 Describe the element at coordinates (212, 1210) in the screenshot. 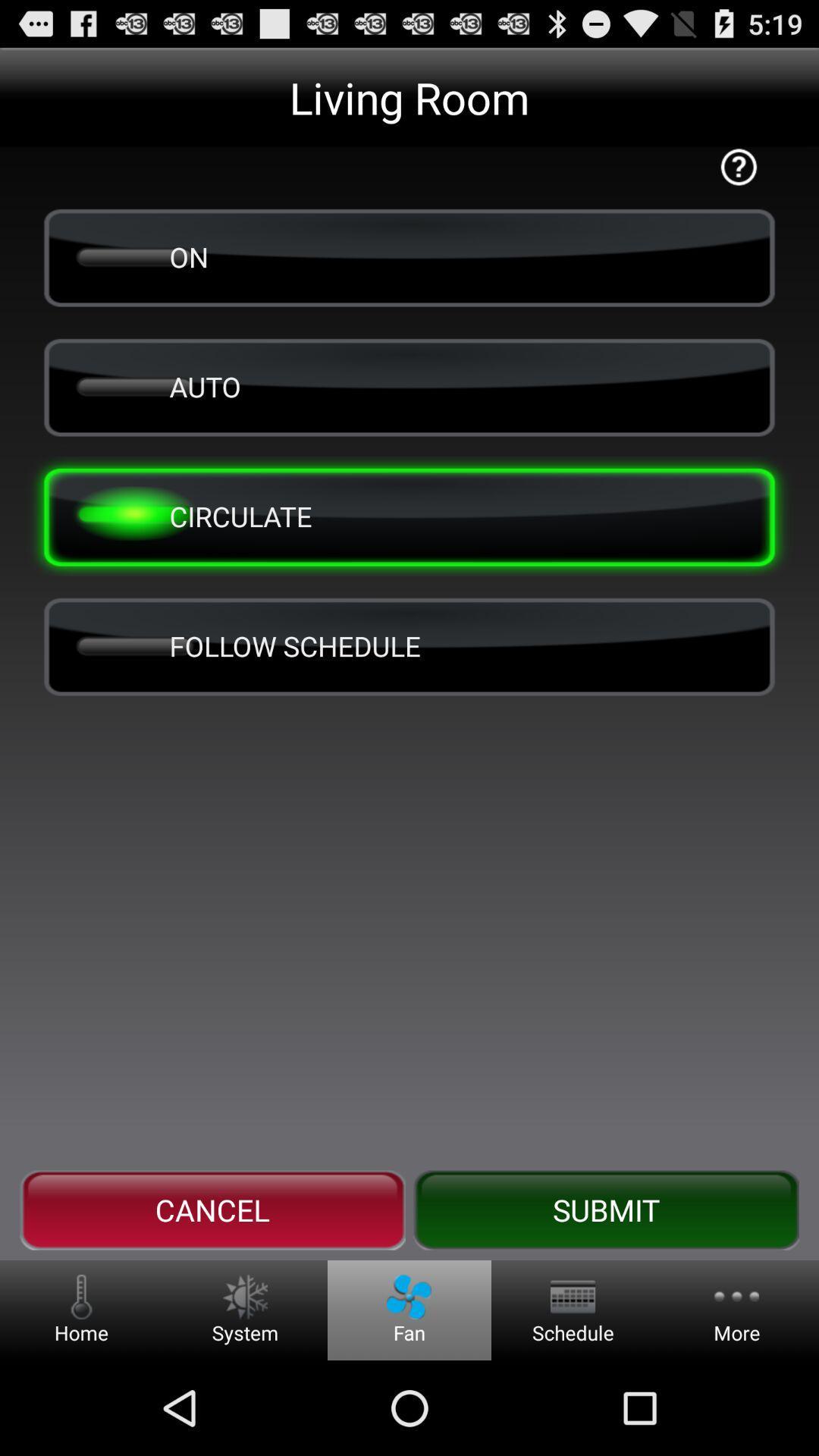

I see `the button next to the submit button` at that location.